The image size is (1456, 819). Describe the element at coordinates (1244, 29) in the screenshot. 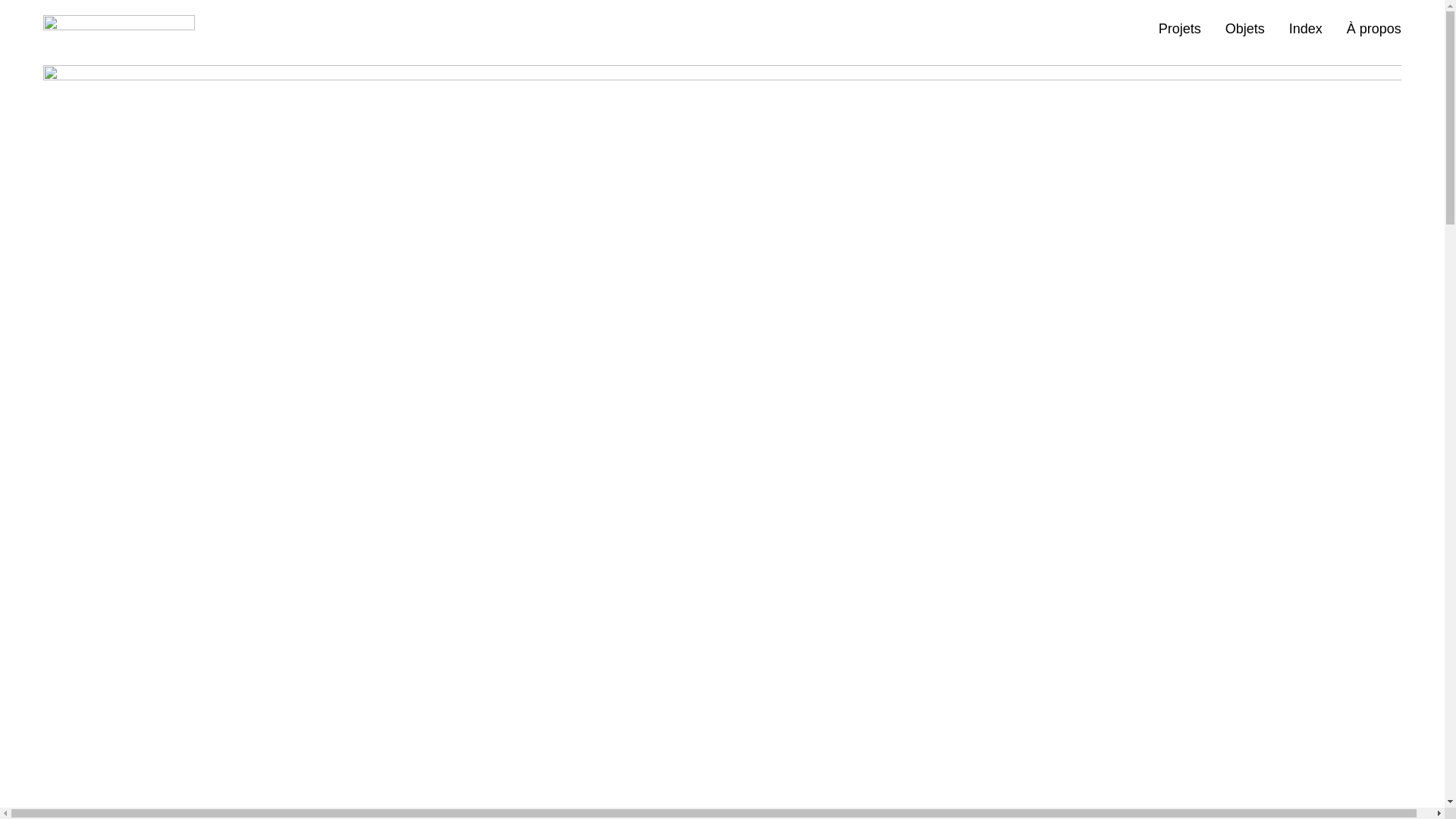

I see `'Objets'` at that location.